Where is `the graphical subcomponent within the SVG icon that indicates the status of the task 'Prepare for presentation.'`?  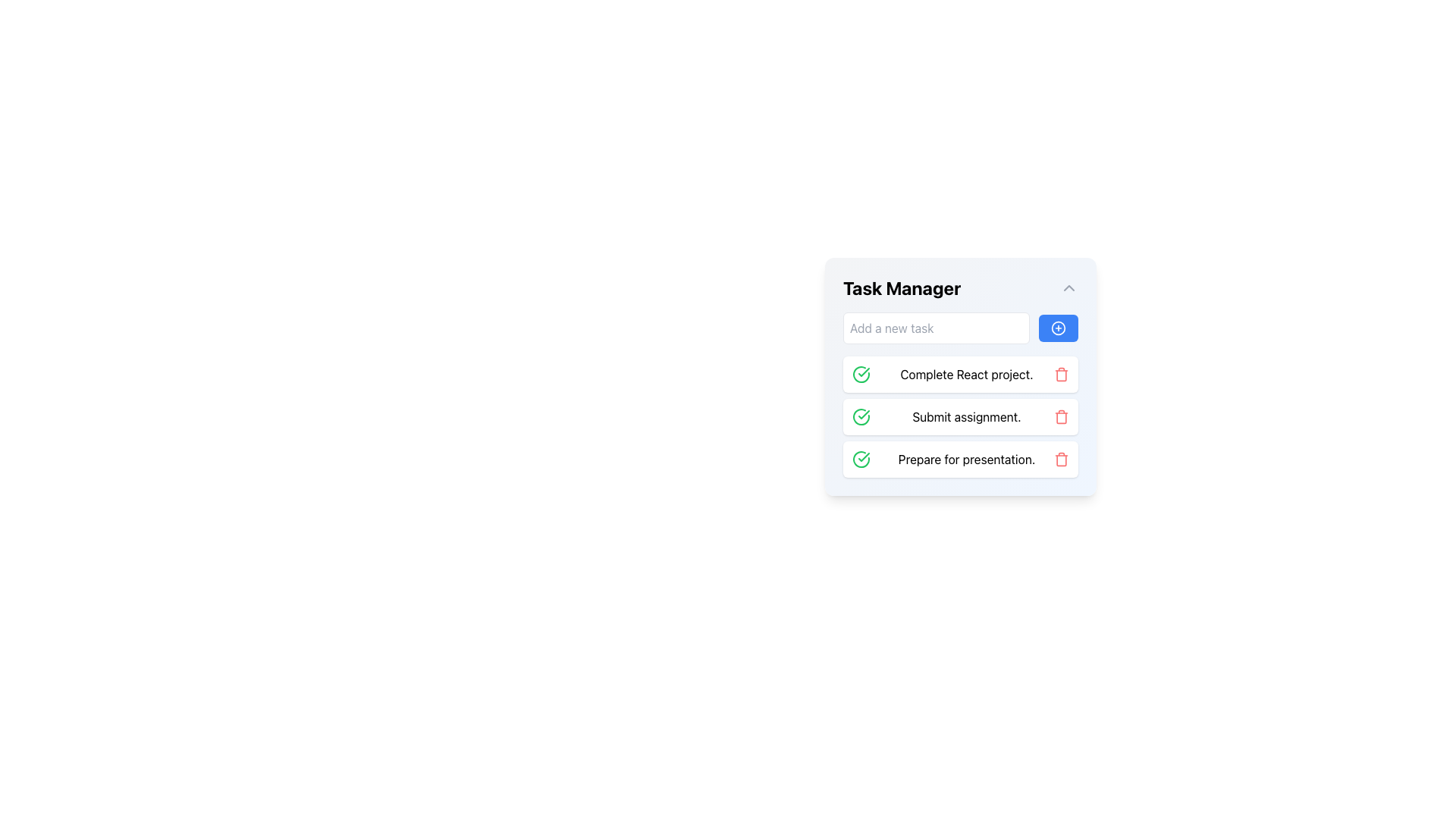
the graphical subcomponent within the SVG icon that indicates the status of the task 'Prepare for presentation.' is located at coordinates (861, 458).